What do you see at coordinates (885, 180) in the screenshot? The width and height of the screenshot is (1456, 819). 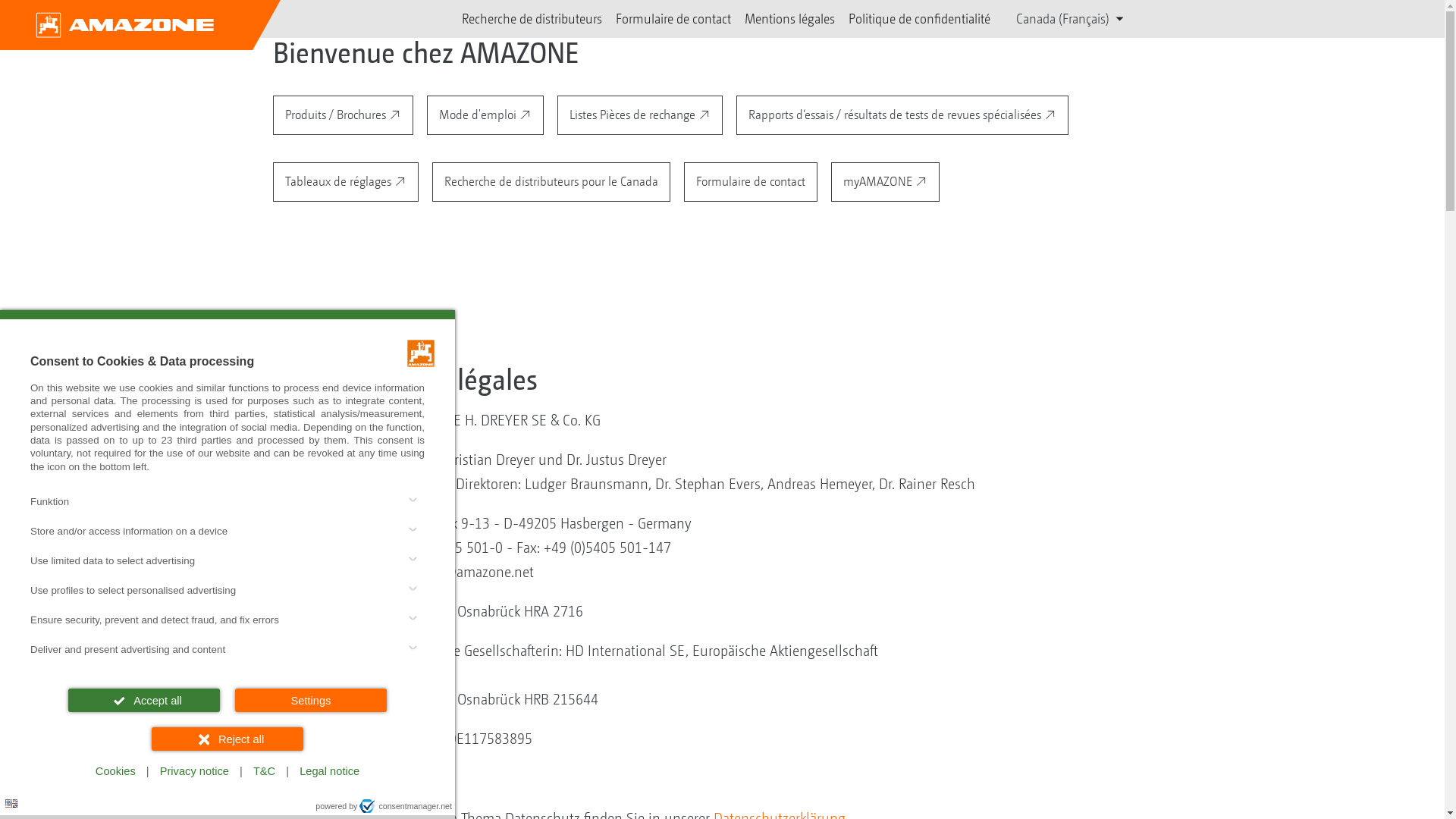 I see `'myAMAZONE'` at bounding box center [885, 180].